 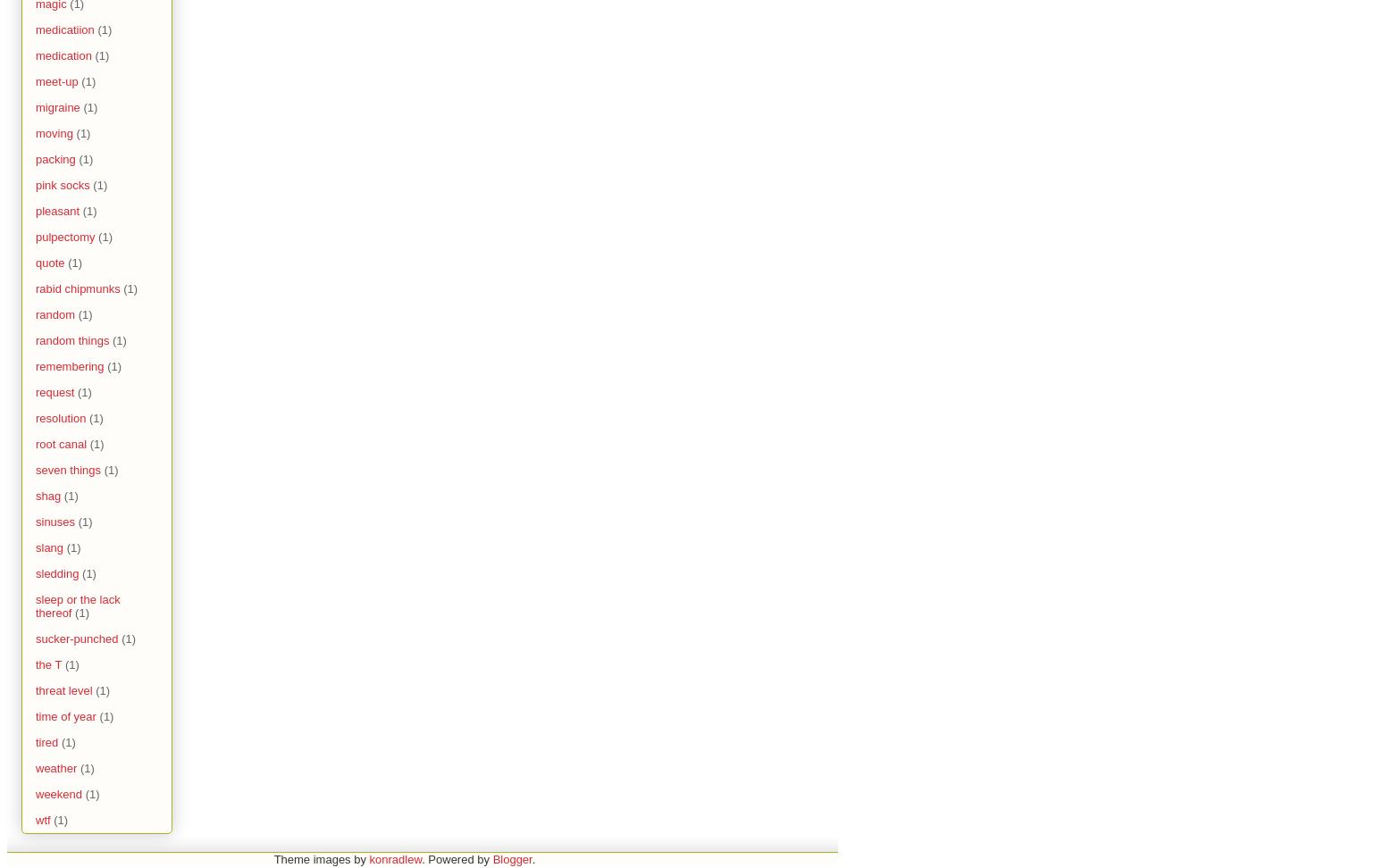 I want to click on 'remembering', so click(x=36, y=366).